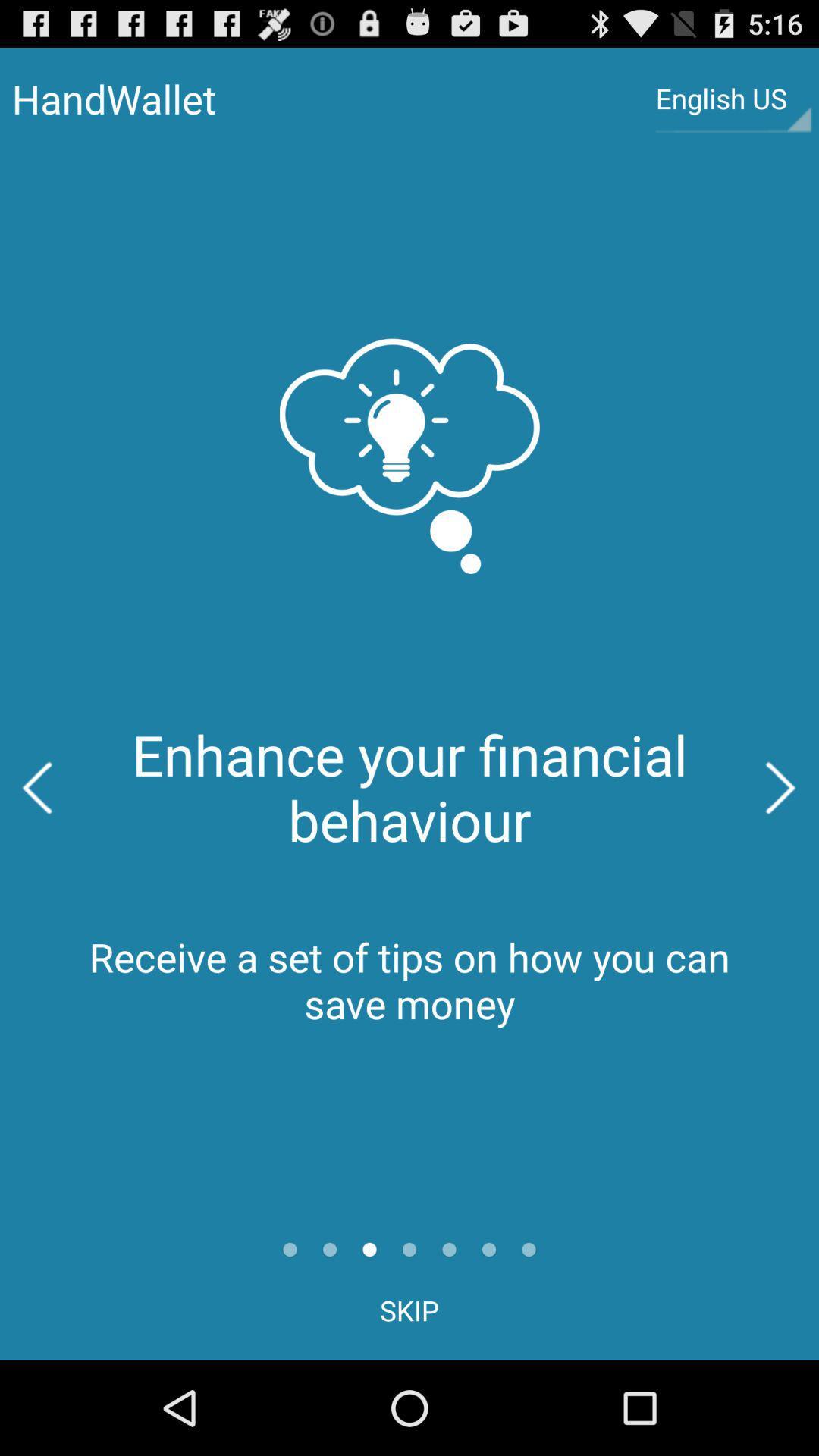 Image resolution: width=819 pixels, height=1456 pixels. What do you see at coordinates (36, 843) in the screenshot?
I see `the arrow_backward icon` at bounding box center [36, 843].